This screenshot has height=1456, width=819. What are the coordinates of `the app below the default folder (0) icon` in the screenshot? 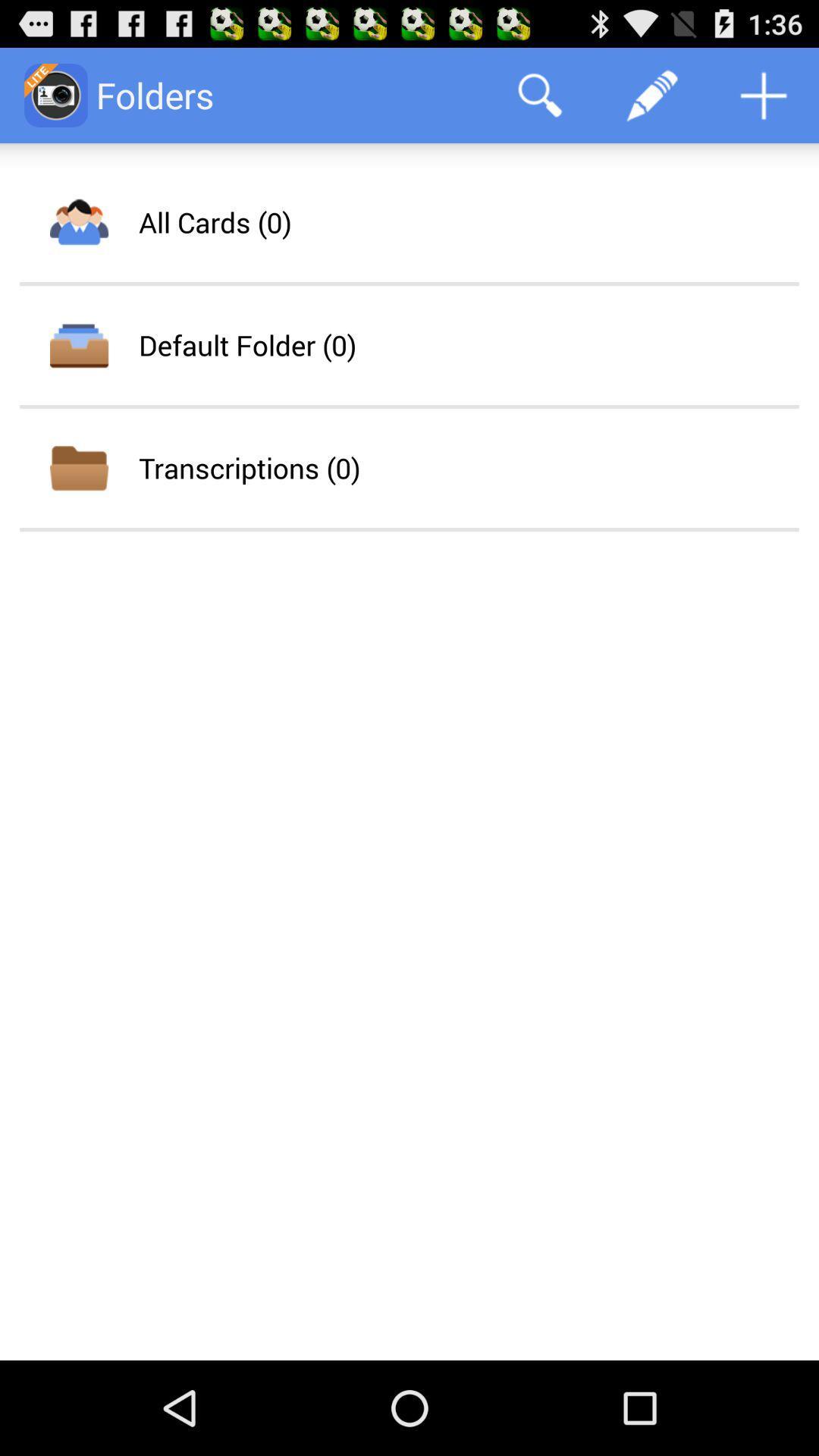 It's located at (249, 467).